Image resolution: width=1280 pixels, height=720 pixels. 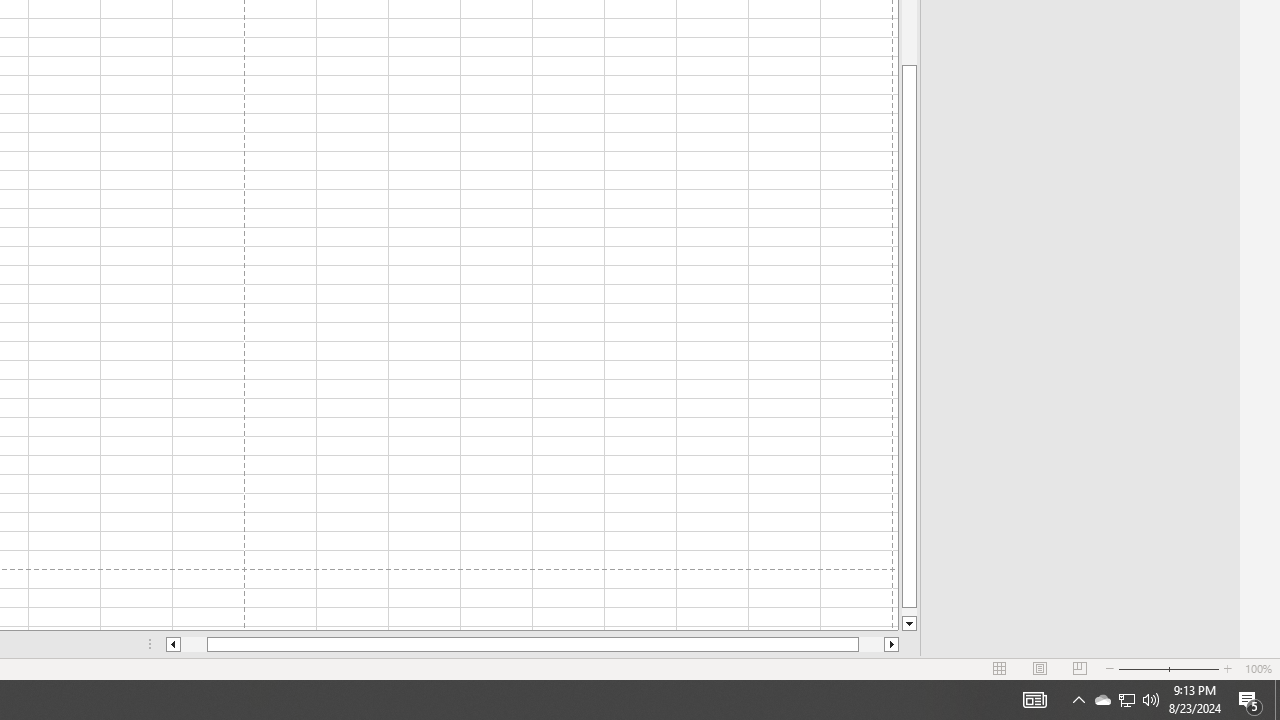 What do you see at coordinates (908, 623) in the screenshot?
I see `'Line down'` at bounding box center [908, 623].